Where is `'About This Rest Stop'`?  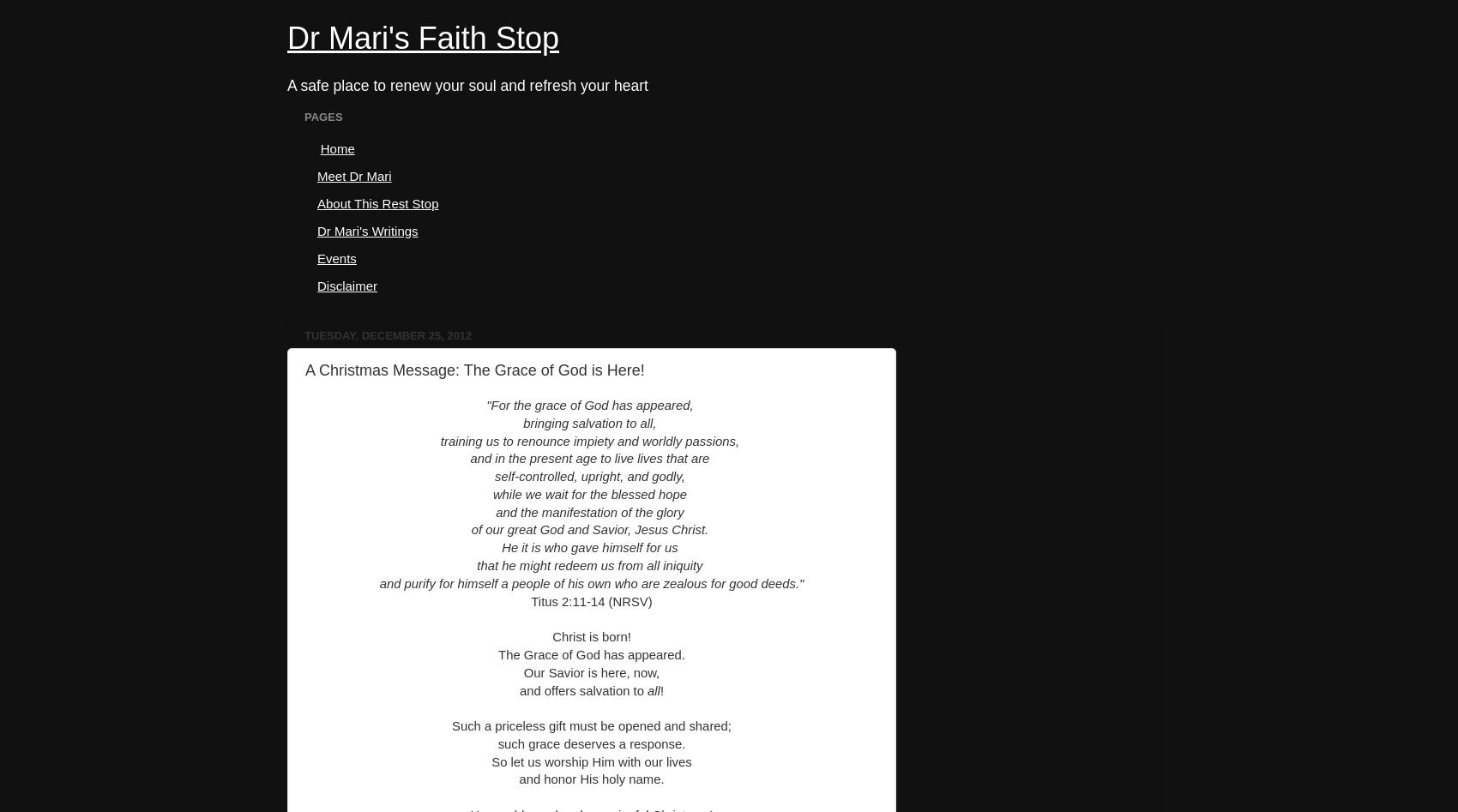
'About This Rest Stop' is located at coordinates (377, 202).